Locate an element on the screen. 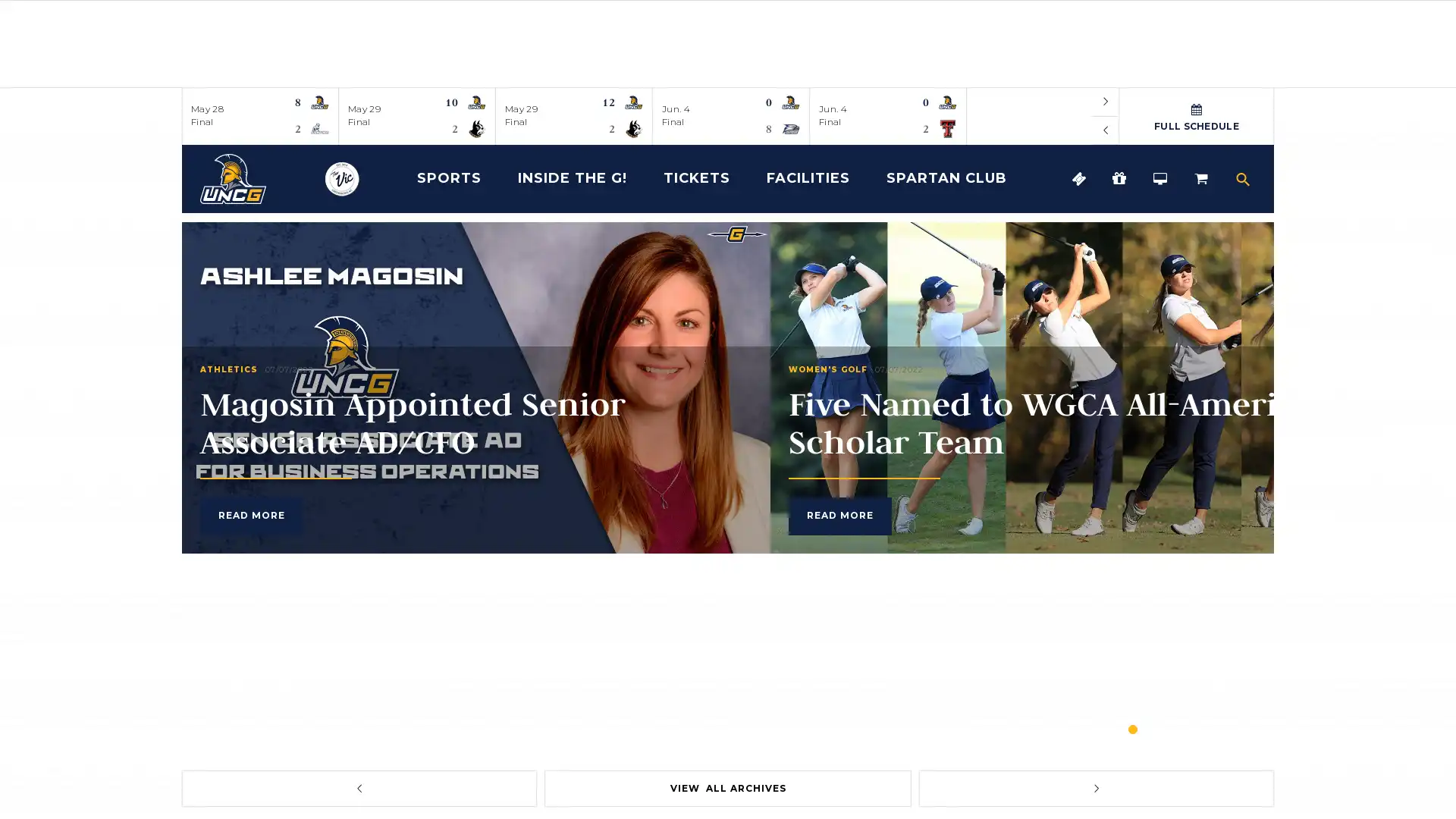 The width and height of the screenshot is (1456, 819). Navigate to slide 3 is located at coordinates (1186, 728).